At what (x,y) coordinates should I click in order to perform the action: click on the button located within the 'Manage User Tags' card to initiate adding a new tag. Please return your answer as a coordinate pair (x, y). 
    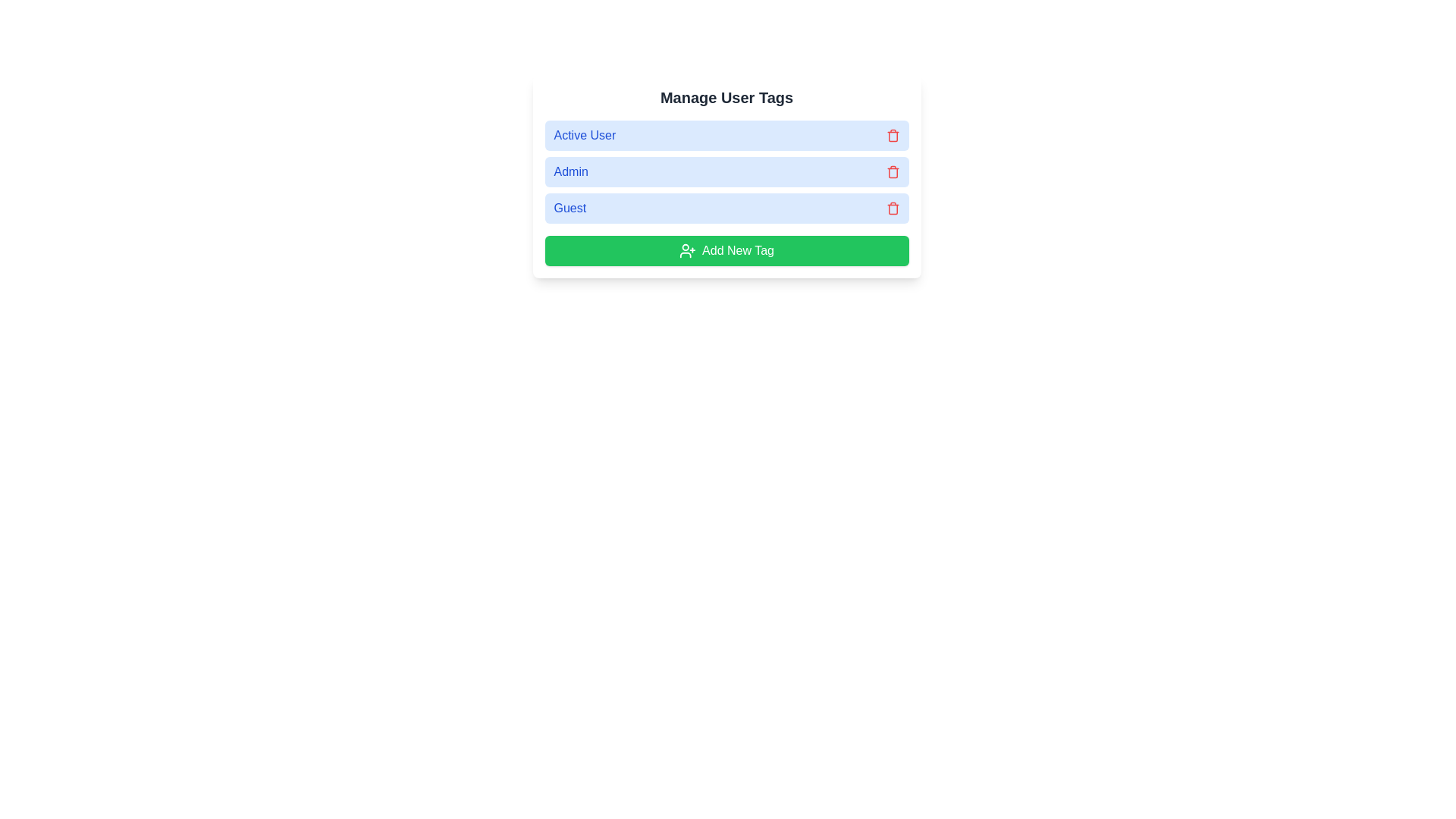
    Looking at the image, I should click on (726, 250).